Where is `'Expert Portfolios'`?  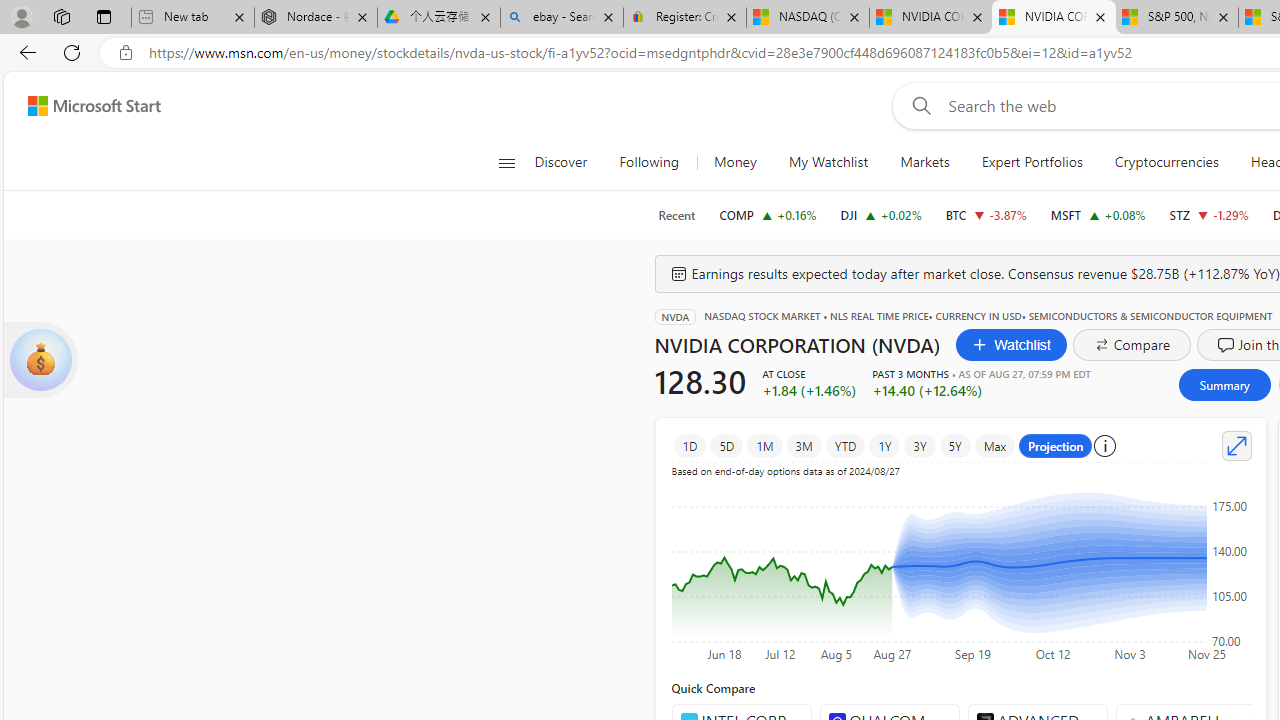
'Expert Portfolios' is located at coordinates (1032, 162).